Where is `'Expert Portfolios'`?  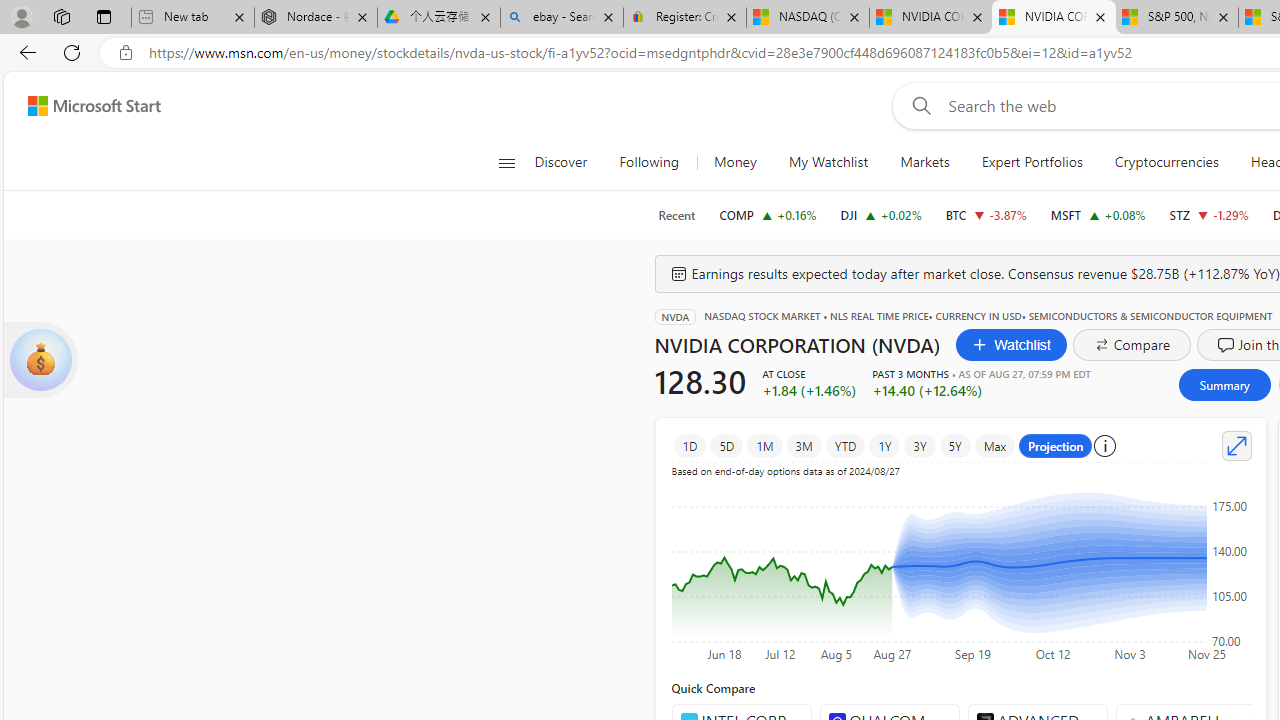
'Expert Portfolios' is located at coordinates (1032, 162).